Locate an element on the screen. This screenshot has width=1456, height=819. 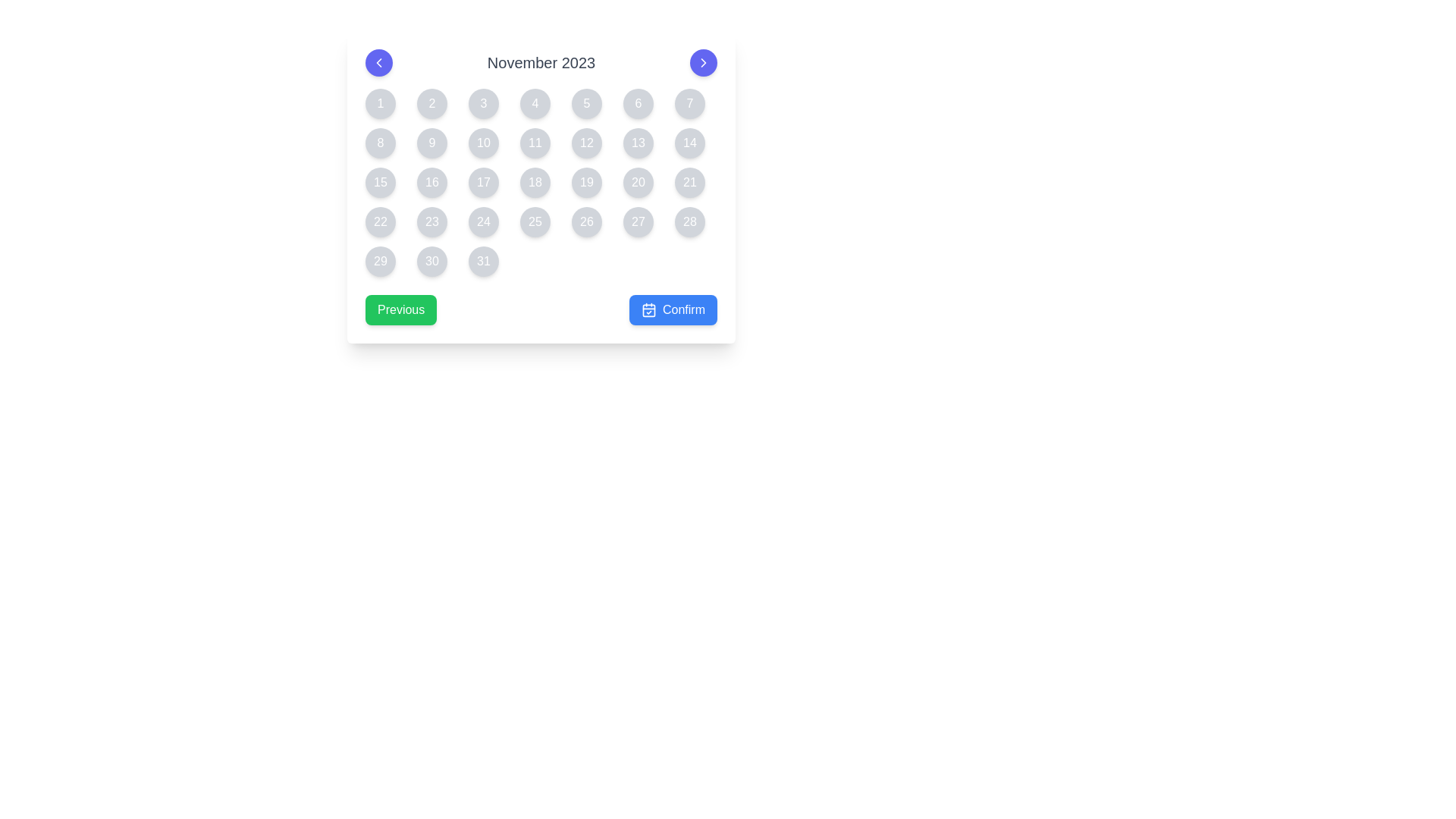
the rounded, circular button labeled '24' with a medium gray background and white text is located at coordinates (483, 222).